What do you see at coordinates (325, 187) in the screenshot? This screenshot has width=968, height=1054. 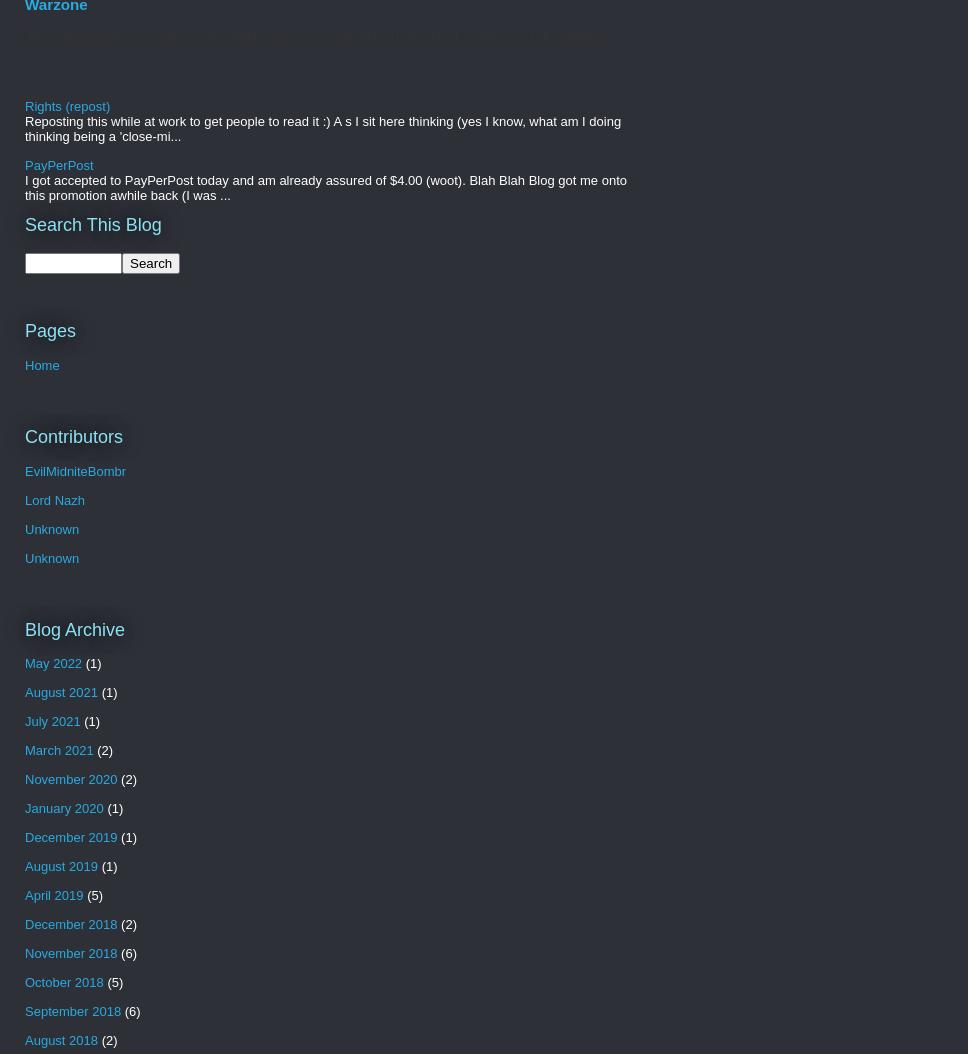 I see `'I got accepted to PayPerPost  today and am already assured of $4.00  (woot).  Blah Blah Blog  got me onto this promotion awhile back (I was ...'` at bounding box center [325, 187].